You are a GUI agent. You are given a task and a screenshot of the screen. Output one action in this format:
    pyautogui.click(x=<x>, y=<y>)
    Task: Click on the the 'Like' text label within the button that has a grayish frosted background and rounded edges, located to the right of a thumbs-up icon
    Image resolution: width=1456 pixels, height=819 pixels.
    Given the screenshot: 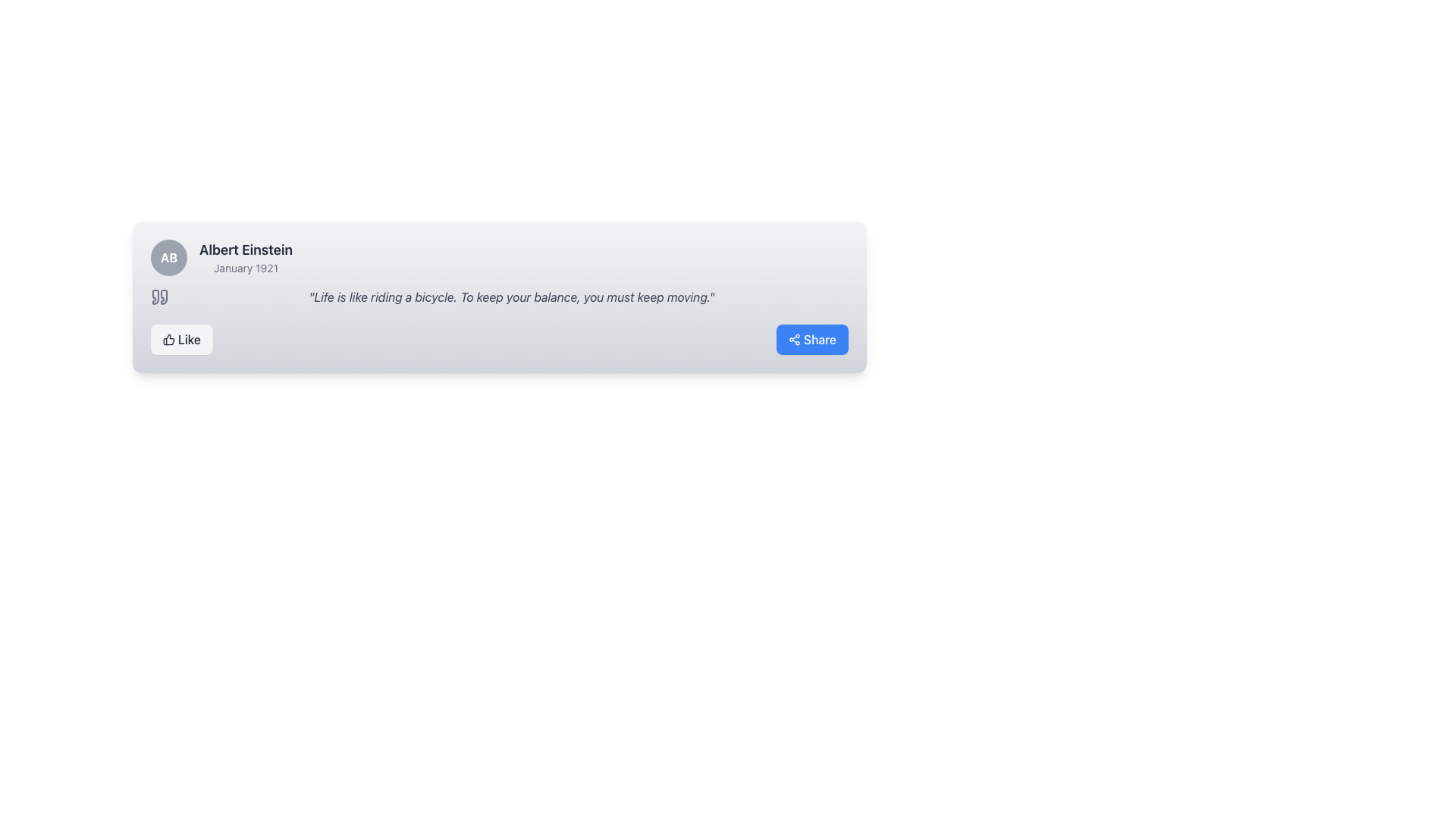 What is the action you would take?
    pyautogui.click(x=188, y=338)
    